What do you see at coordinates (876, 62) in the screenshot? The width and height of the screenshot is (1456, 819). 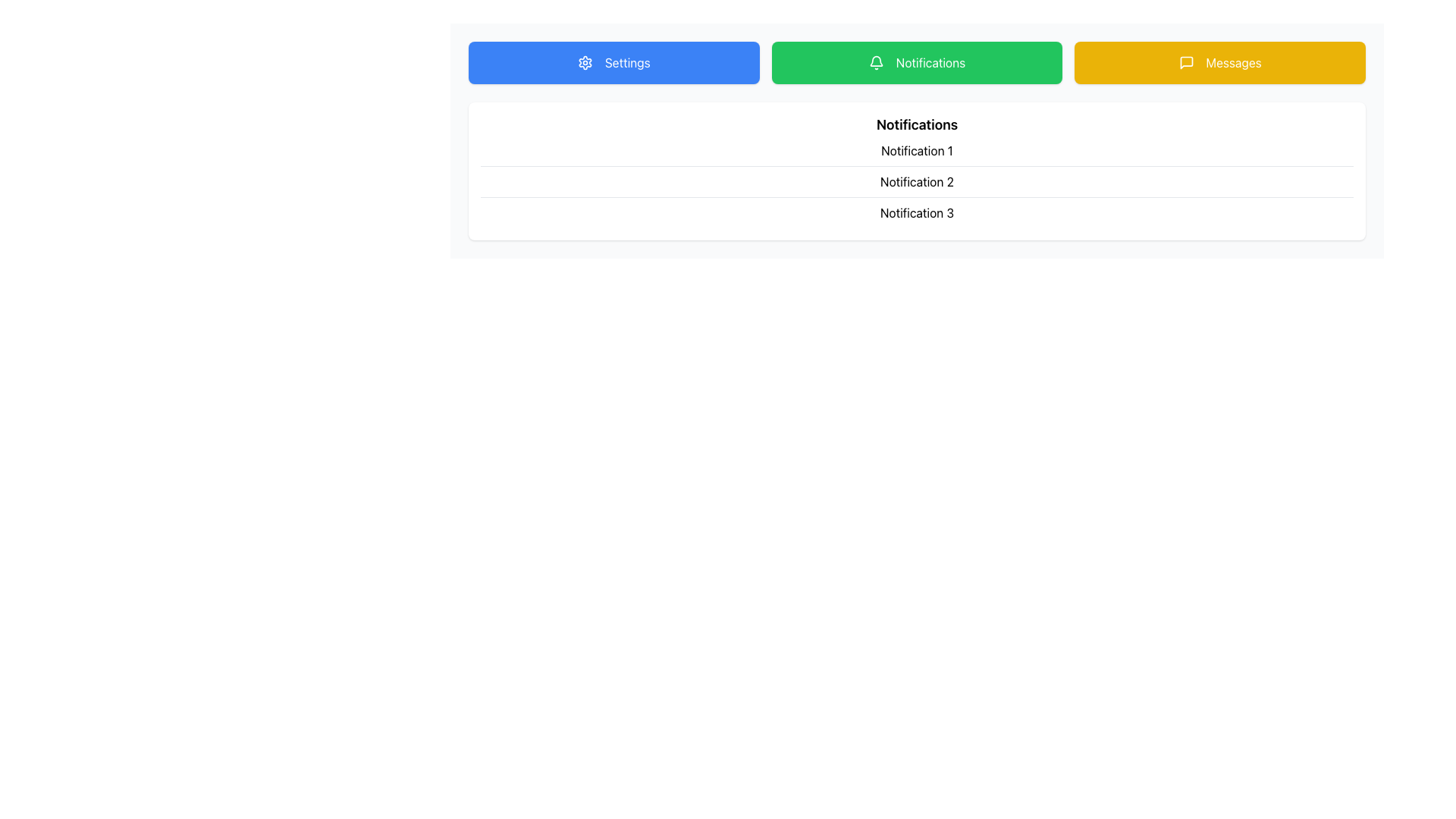 I see `the bell icon within the 'Notifications' button for accessibility` at bounding box center [876, 62].